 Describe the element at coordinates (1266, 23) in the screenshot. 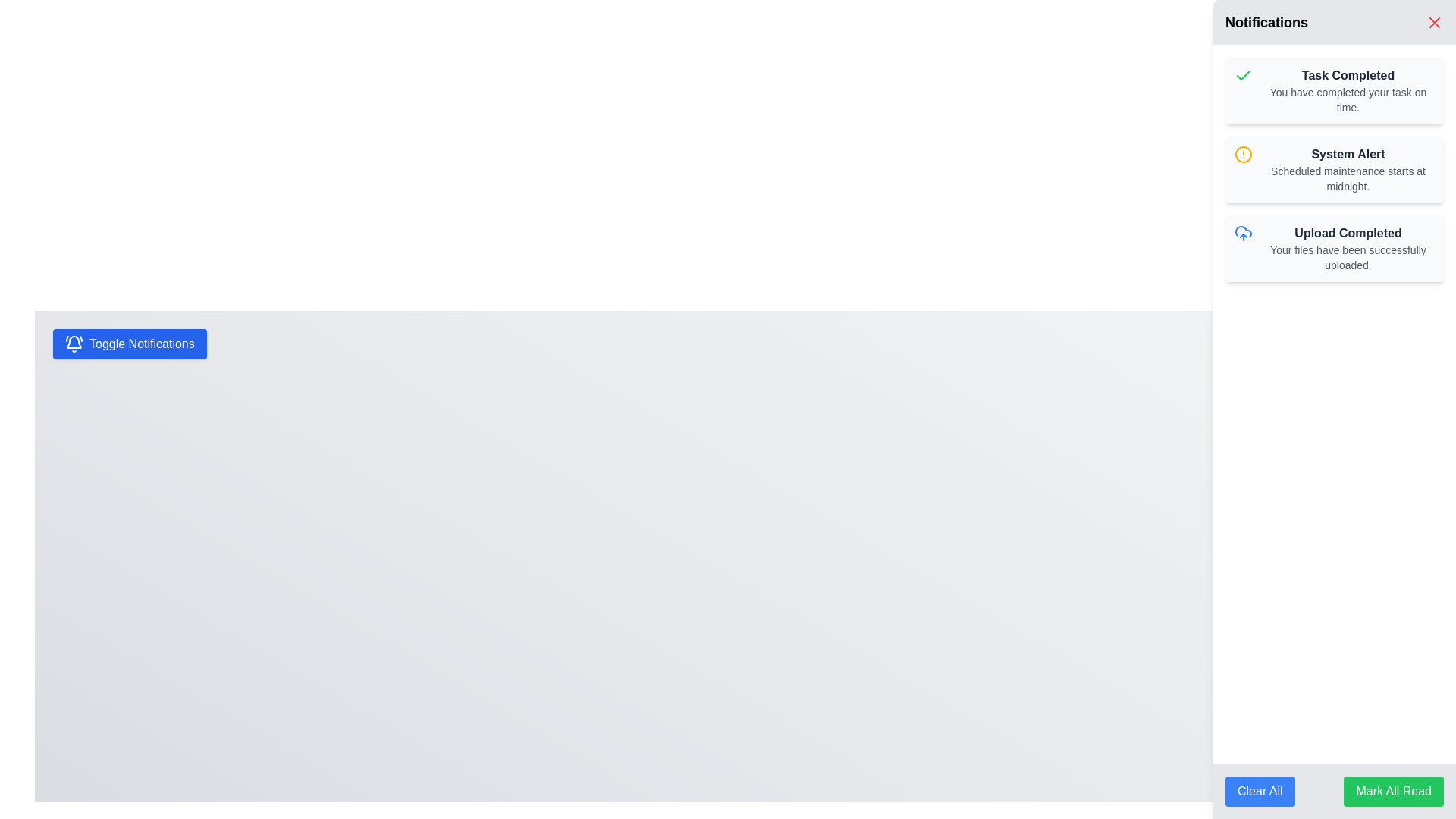

I see `the 'Notifications' text label, which is a bold, large black font aligned to the top-left corner of the notification popup window` at that location.